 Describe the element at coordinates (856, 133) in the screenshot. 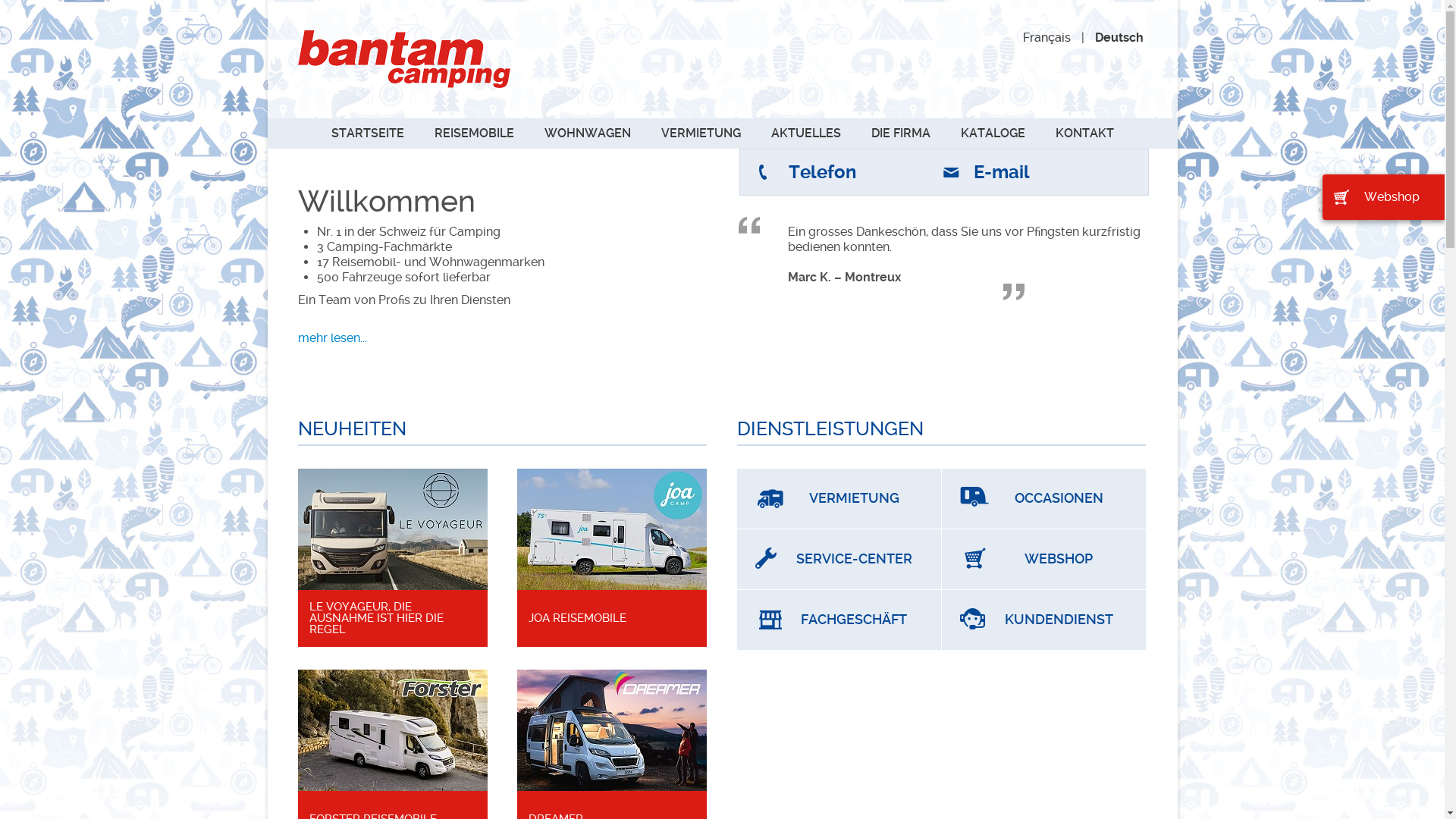

I see `'DIE FIRMA'` at that location.